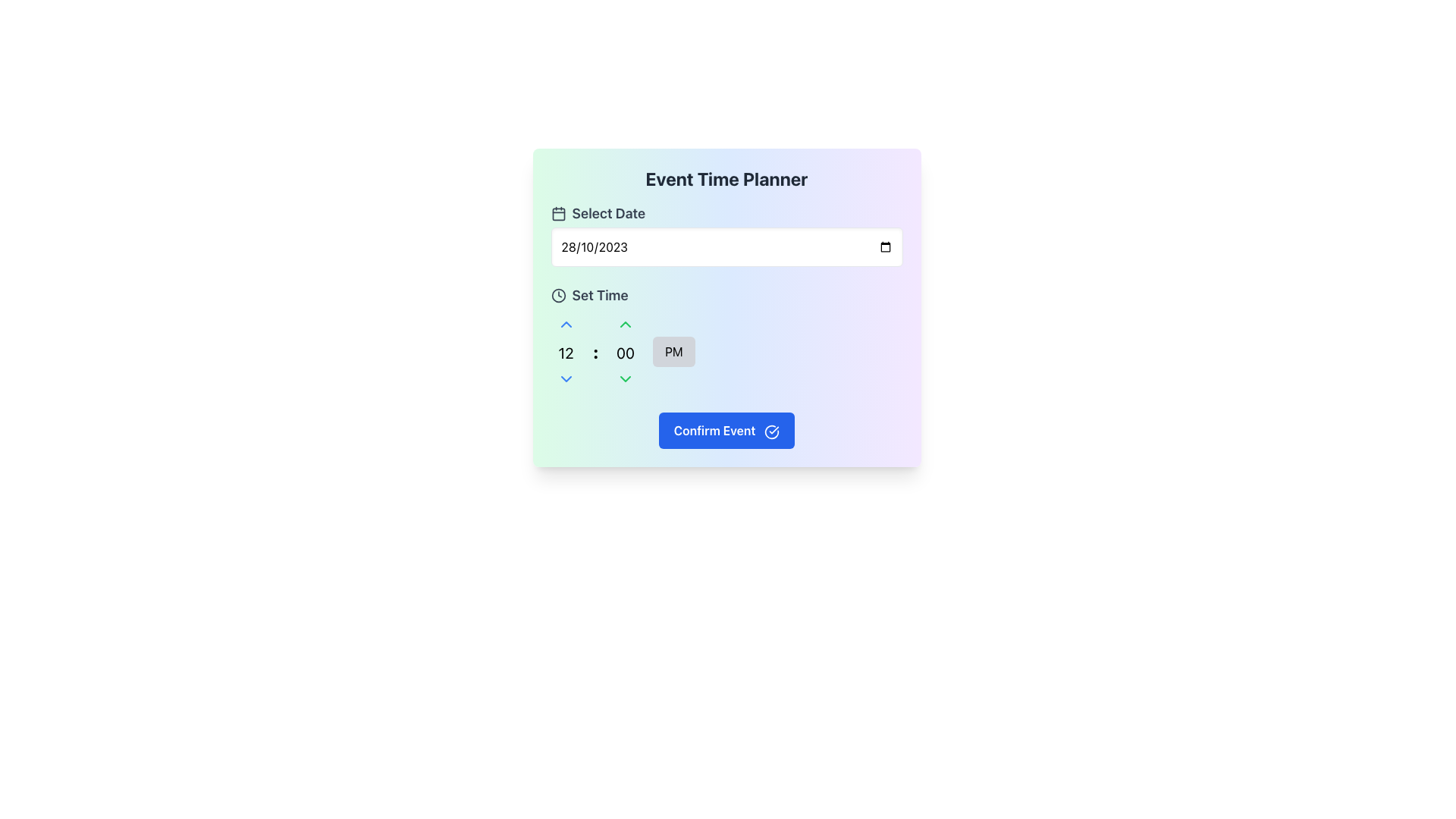 The height and width of the screenshot is (819, 1456). What do you see at coordinates (626, 324) in the screenshot?
I see `the upward-pointing chevron button with a thin green stroke located in the 'Set Time' section, positioned above the '00' text` at bounding box center [626, 324].